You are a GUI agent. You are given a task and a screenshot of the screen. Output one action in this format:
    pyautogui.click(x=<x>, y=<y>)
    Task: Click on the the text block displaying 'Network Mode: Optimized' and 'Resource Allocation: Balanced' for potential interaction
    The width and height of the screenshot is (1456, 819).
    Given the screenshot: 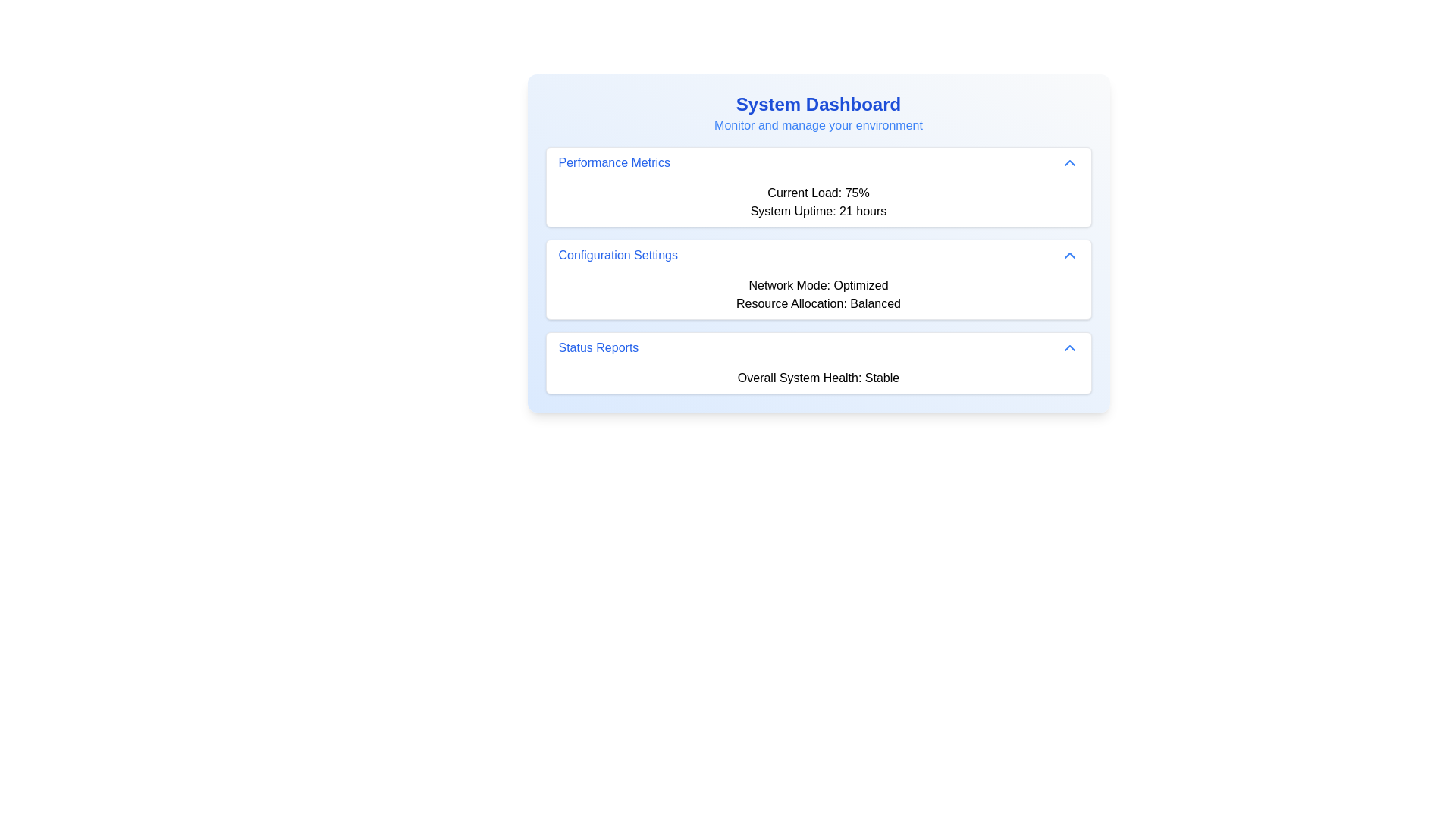 What is the action you would take?
    pyautogui.click(x=817, y=295)
    